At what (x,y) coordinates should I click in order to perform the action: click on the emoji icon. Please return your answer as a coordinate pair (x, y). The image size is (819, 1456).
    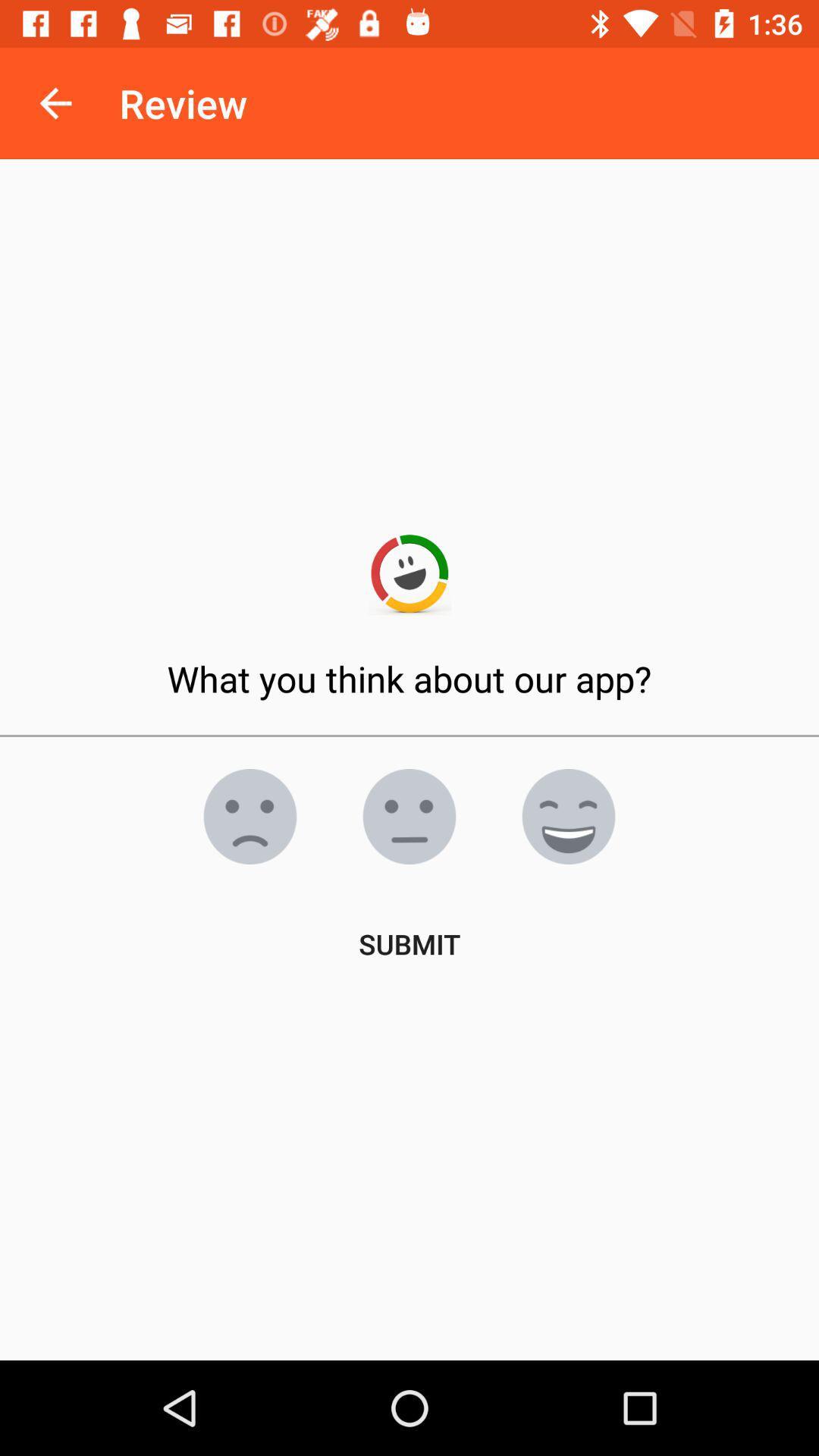
    Looking at the image, I should click on (249, 815).